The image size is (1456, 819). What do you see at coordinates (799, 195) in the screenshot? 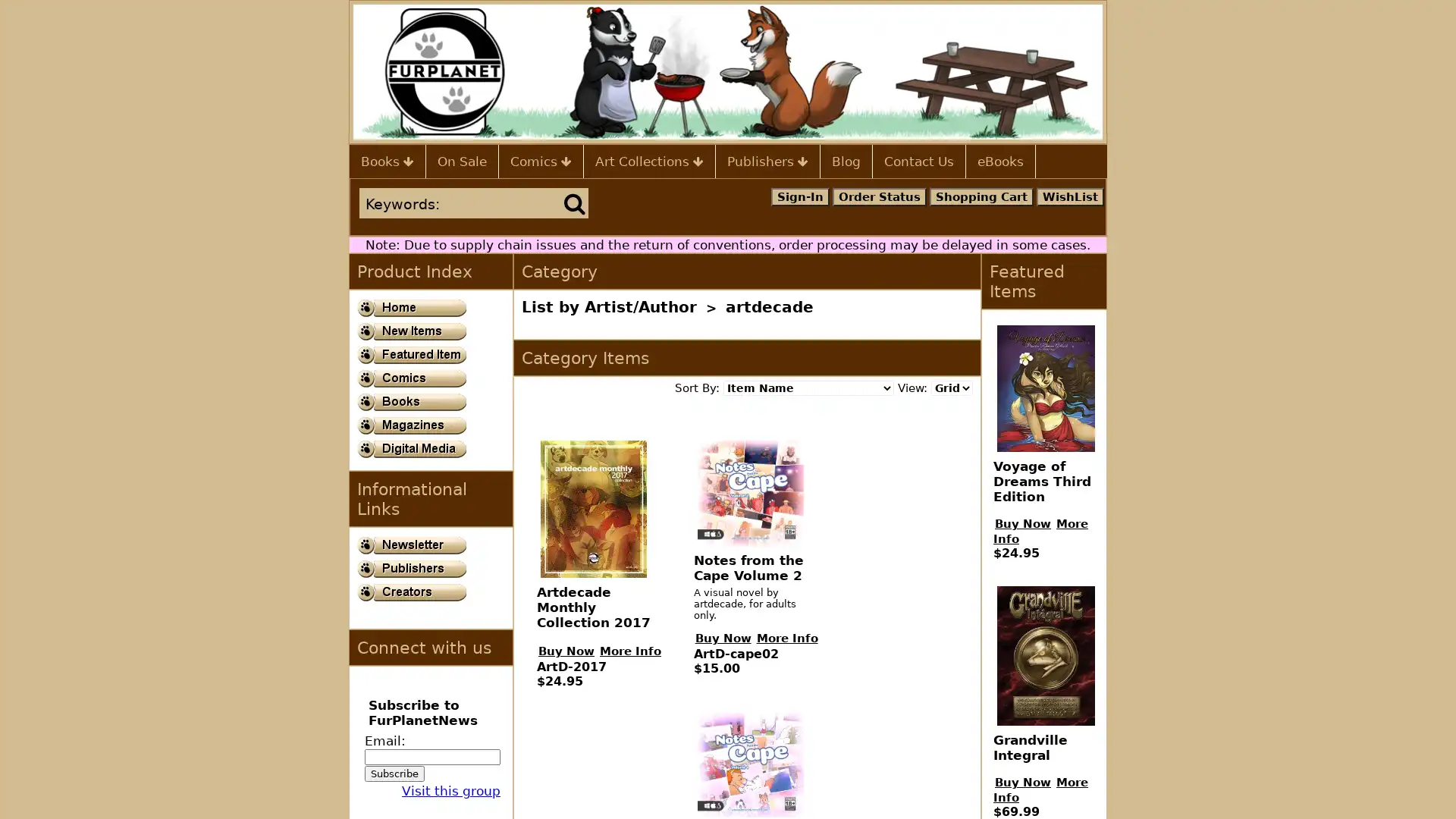
I see `Sign-In` at bounding box center [799, 195].